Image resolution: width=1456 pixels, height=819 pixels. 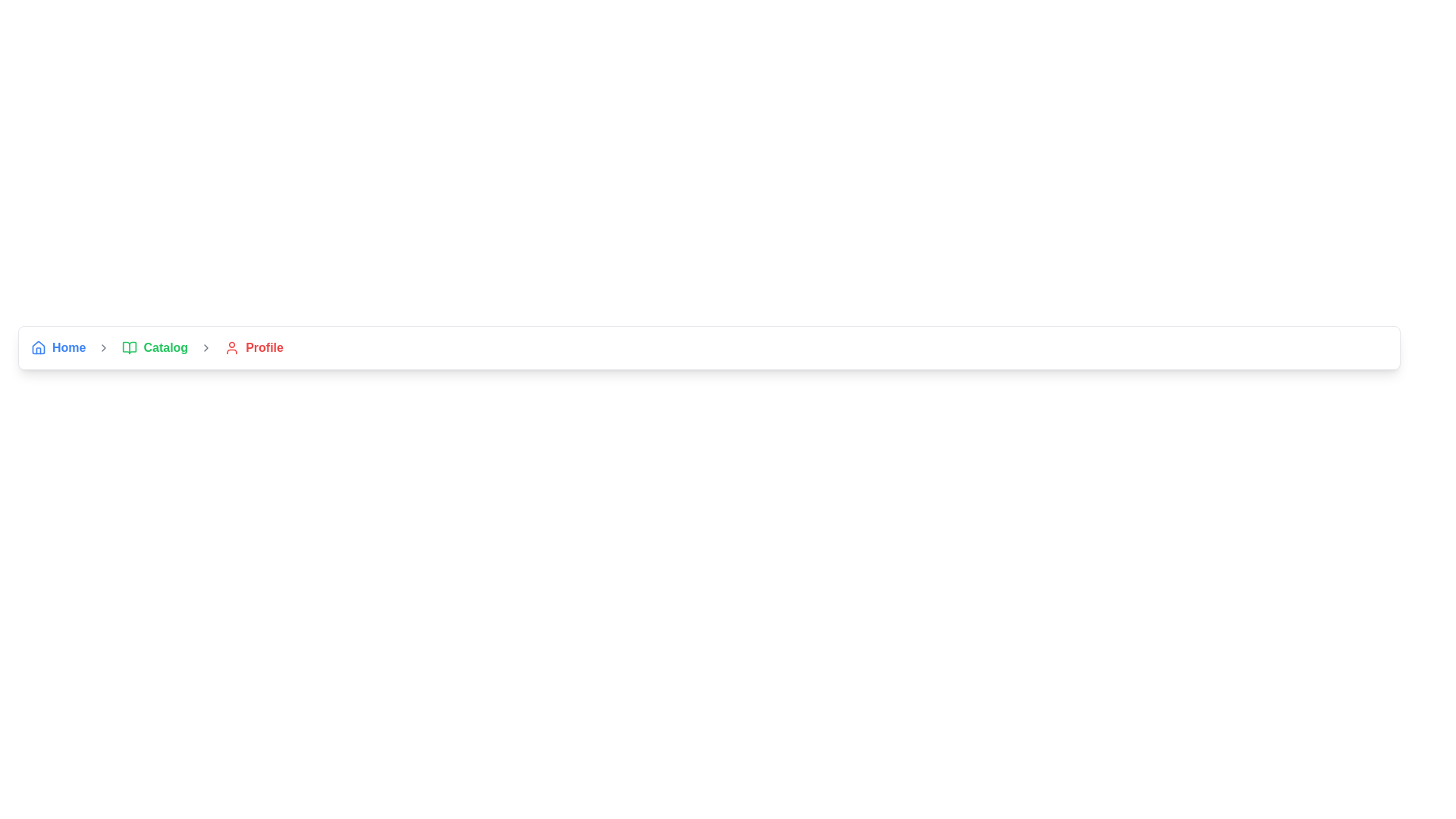 I want to click on the small green open book icon located to the left of the 'Catalog' text in the breadcrumb navigation bar, so click(x=130, y=348).